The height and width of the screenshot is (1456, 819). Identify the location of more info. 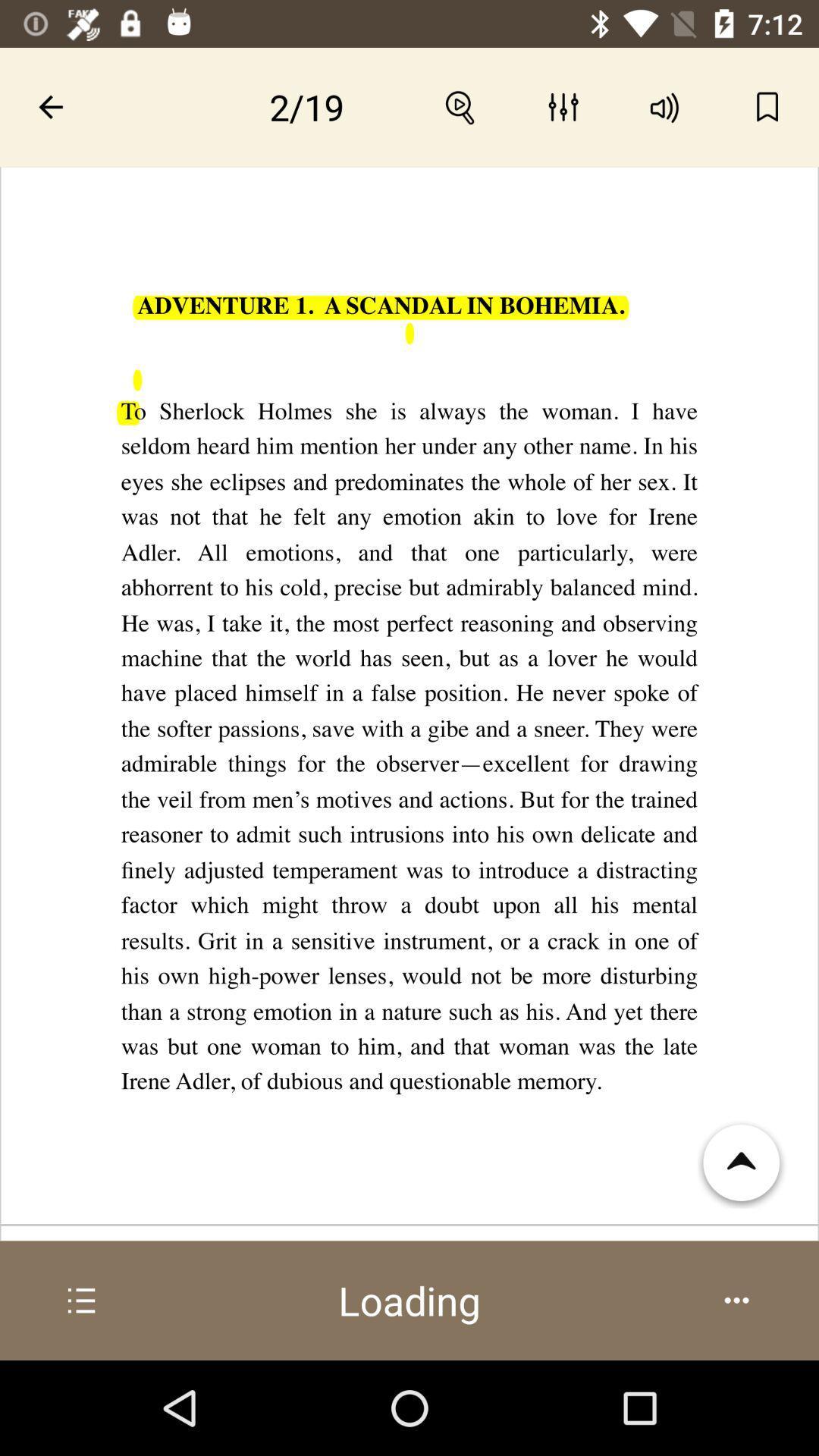
(82, 1300).